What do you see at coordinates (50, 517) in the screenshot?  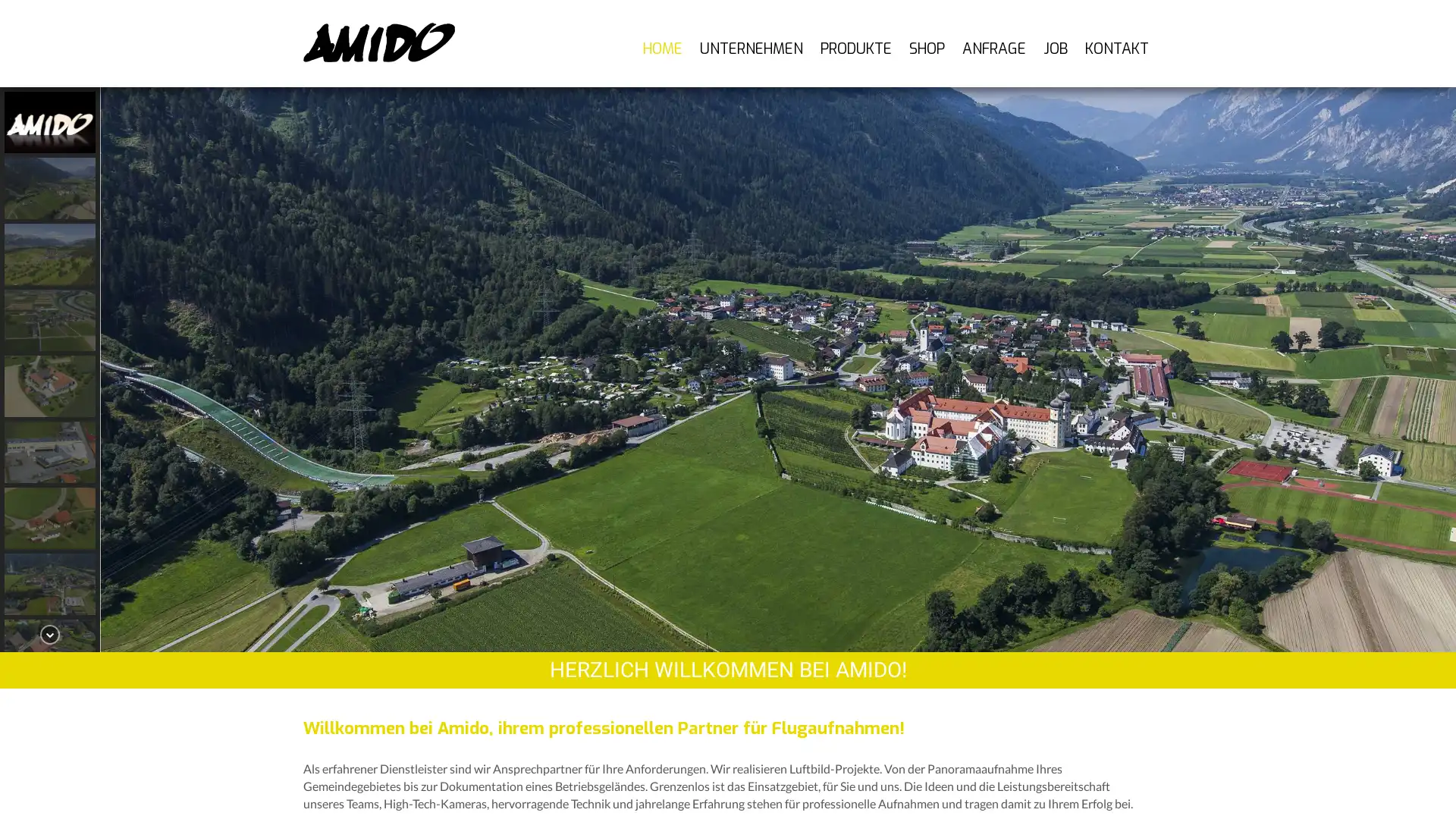 I see `Thumbnail 5 - copy` at bounding box center [50, 517].